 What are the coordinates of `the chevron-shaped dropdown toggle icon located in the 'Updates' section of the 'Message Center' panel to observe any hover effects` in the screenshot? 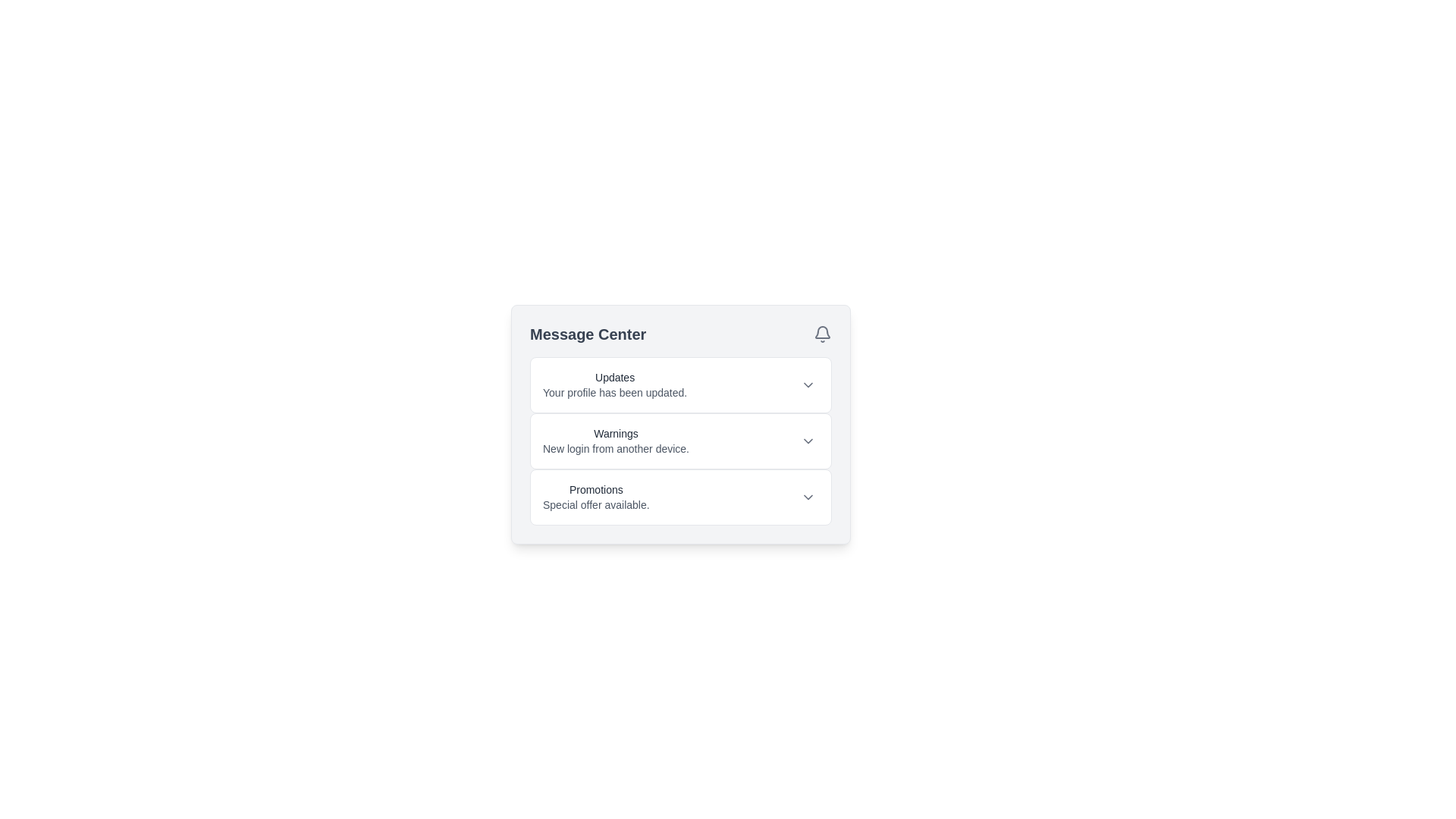 It's located at (807, 384).